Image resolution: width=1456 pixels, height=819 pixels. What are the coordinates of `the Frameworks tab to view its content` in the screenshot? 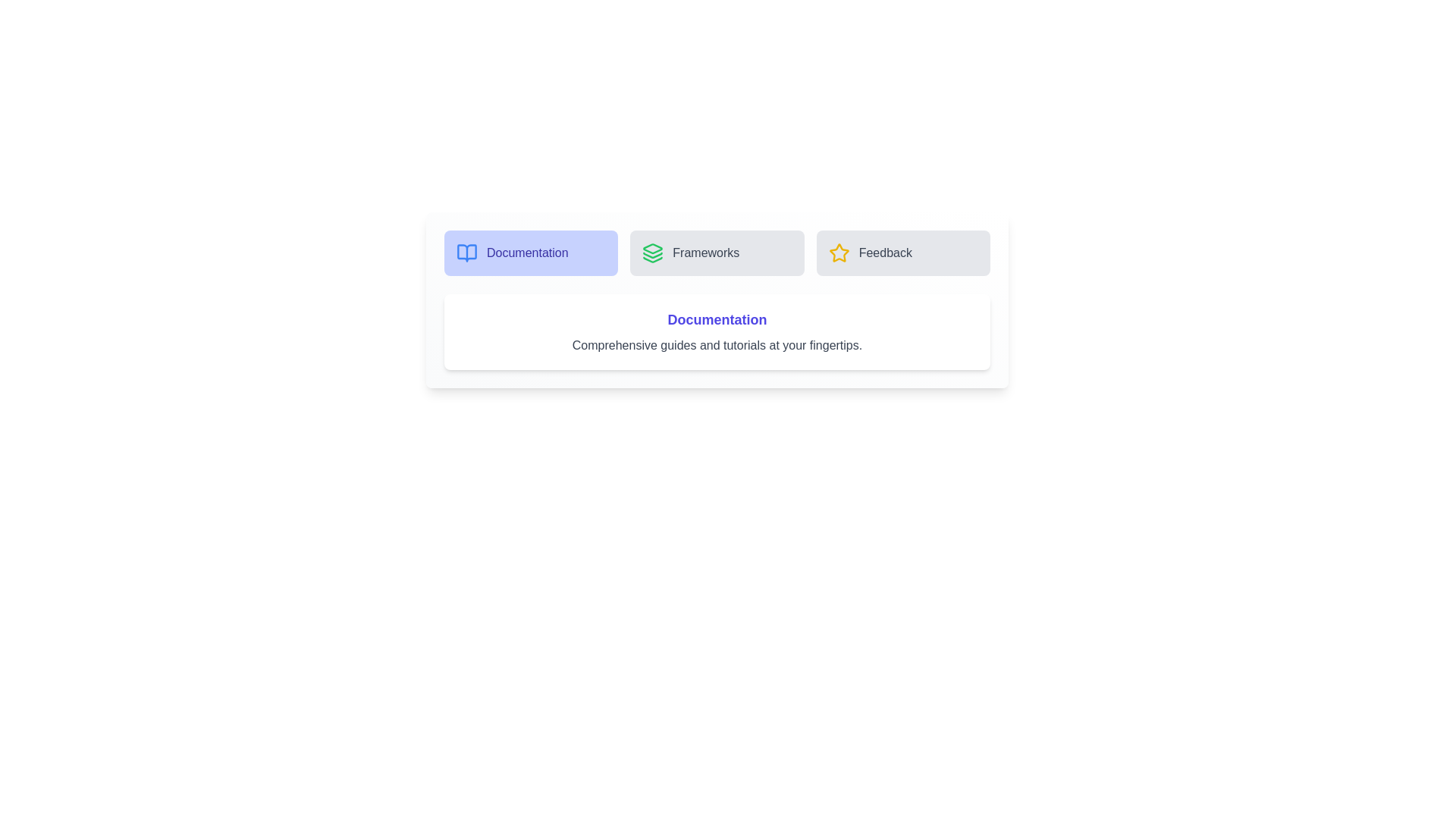 It's located at (716, 253).